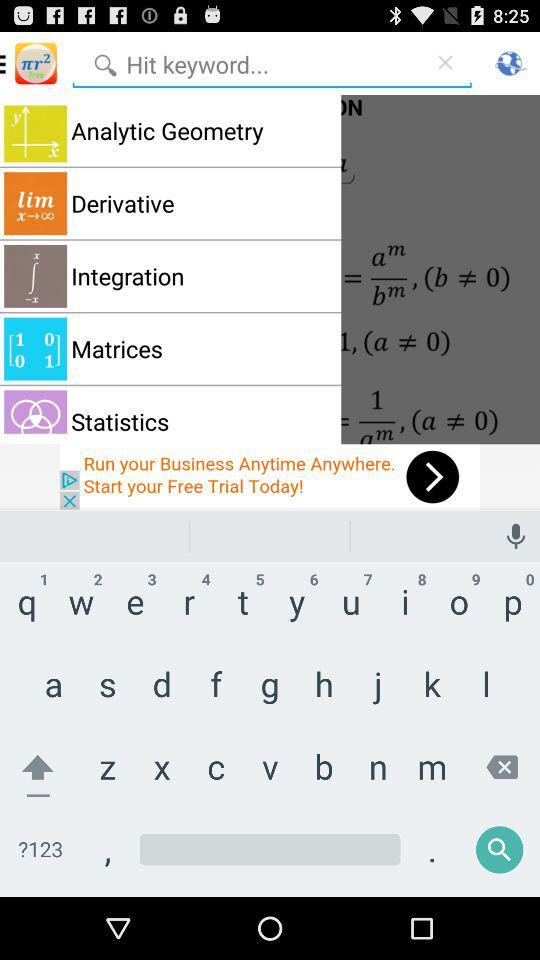  I want to click on type in text, so click(270, 863).